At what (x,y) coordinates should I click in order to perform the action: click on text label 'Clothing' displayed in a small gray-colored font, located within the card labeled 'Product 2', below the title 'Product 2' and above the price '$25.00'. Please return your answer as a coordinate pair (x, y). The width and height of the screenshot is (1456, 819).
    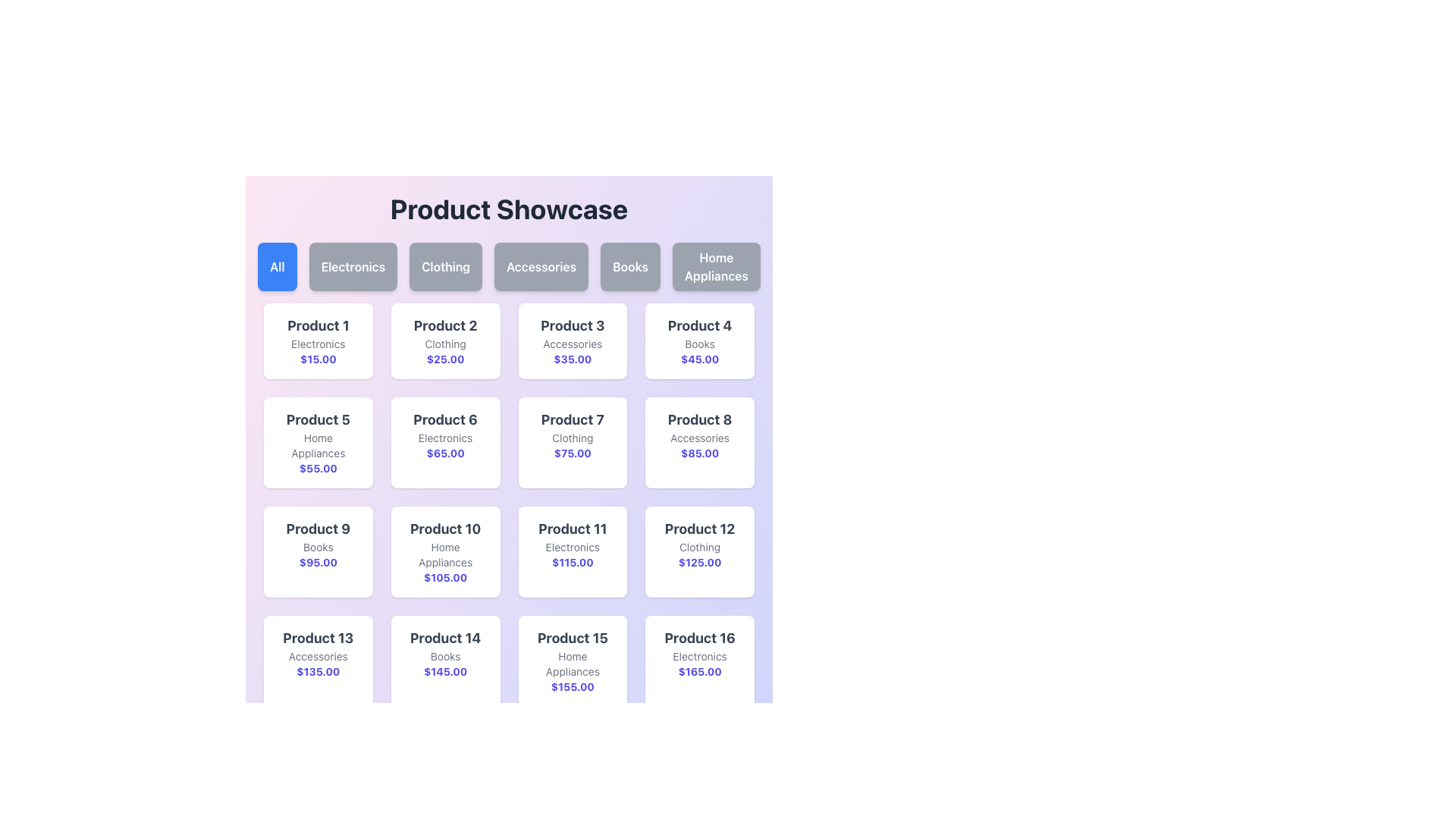
    Looking at the image, I should click on (444, 344).